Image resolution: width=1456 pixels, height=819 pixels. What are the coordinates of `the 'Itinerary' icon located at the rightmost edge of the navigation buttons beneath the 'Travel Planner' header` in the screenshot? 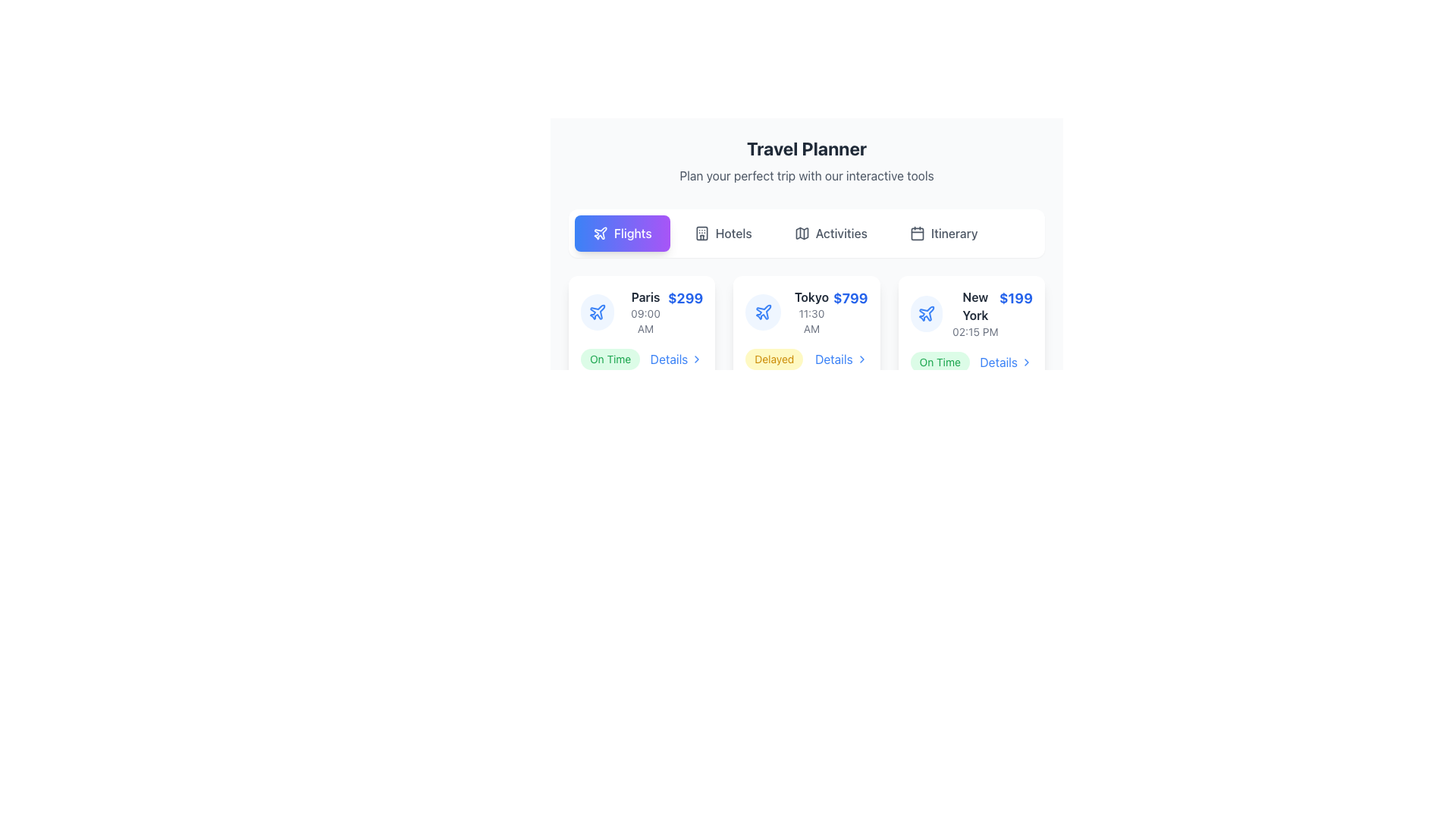 It's located at (916, 234).